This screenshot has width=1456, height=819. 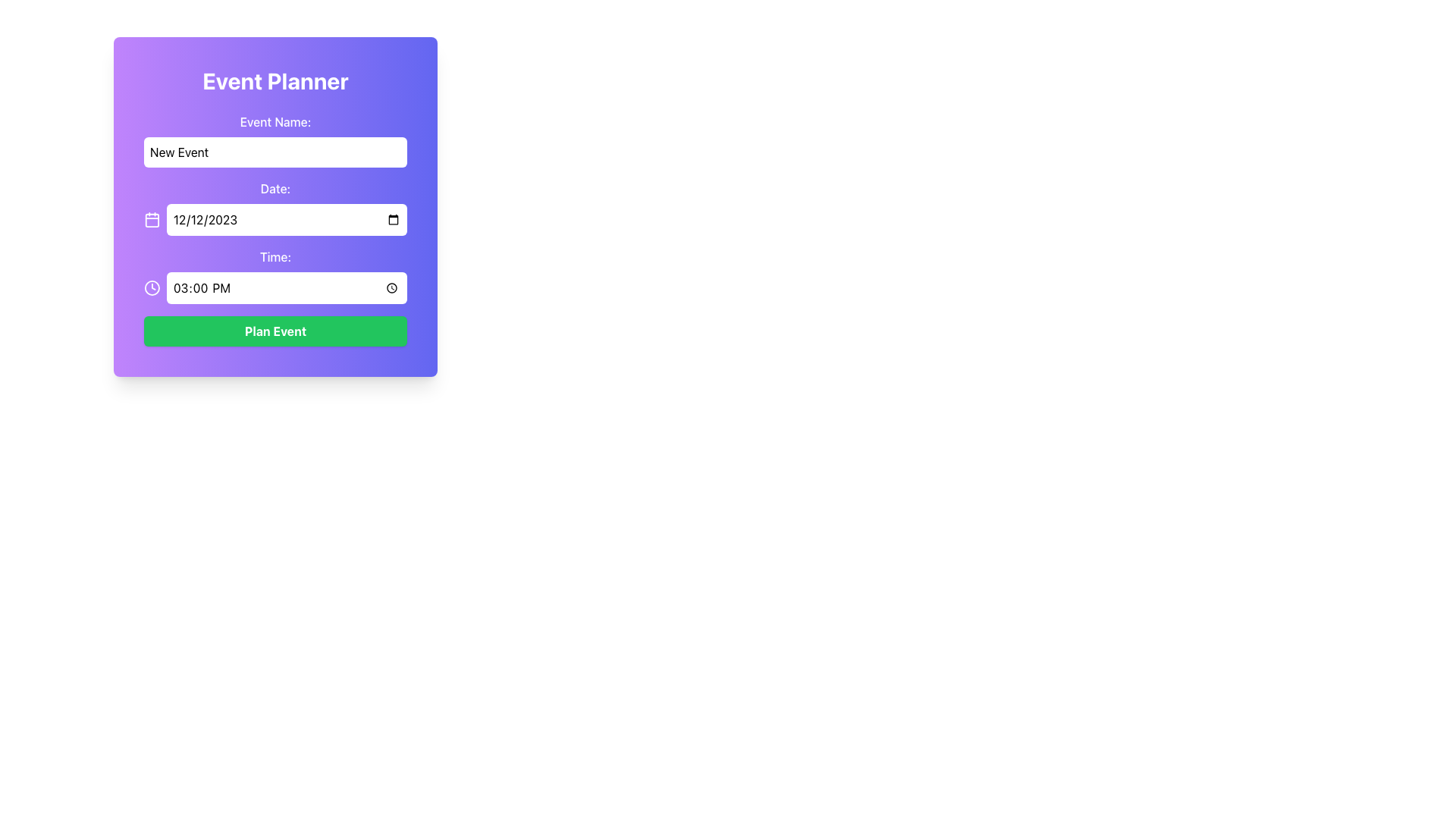 What do you see at coordinates (275, 188) in the screenshot?
I see `the text label 'Date:' which is styled with a bold, medium-sized font and positioned above the date picker input field in the event planning form` at bounding box center [275, 188].